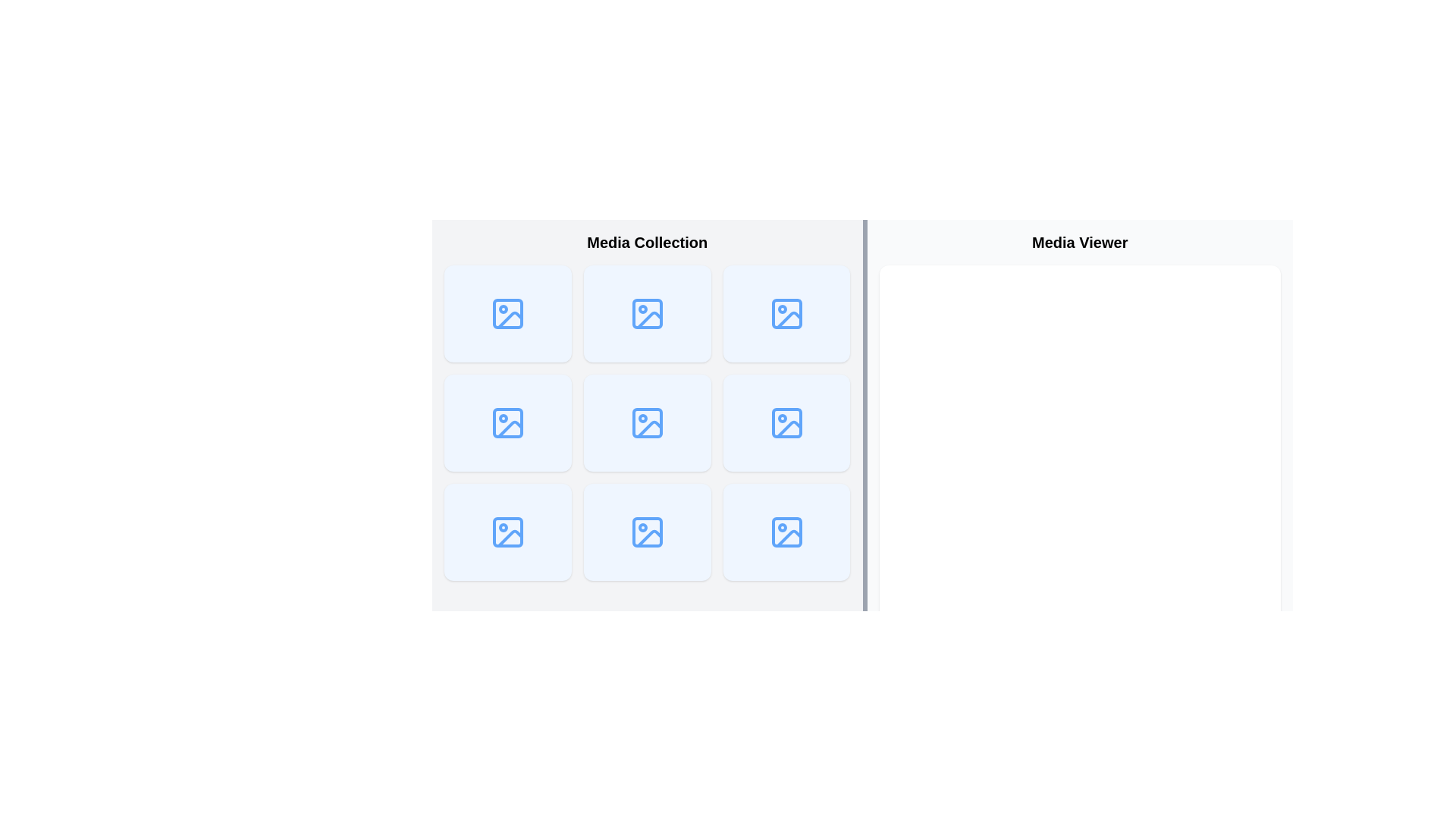 The width and height of the screenshot is (1456, 819). What do you see at coordinates (786, 423) in the screenshot?
I see `the third icon in the third row of the 3x3 grid layout in the 'Media Collection' section` at bounding box center [786, 423].